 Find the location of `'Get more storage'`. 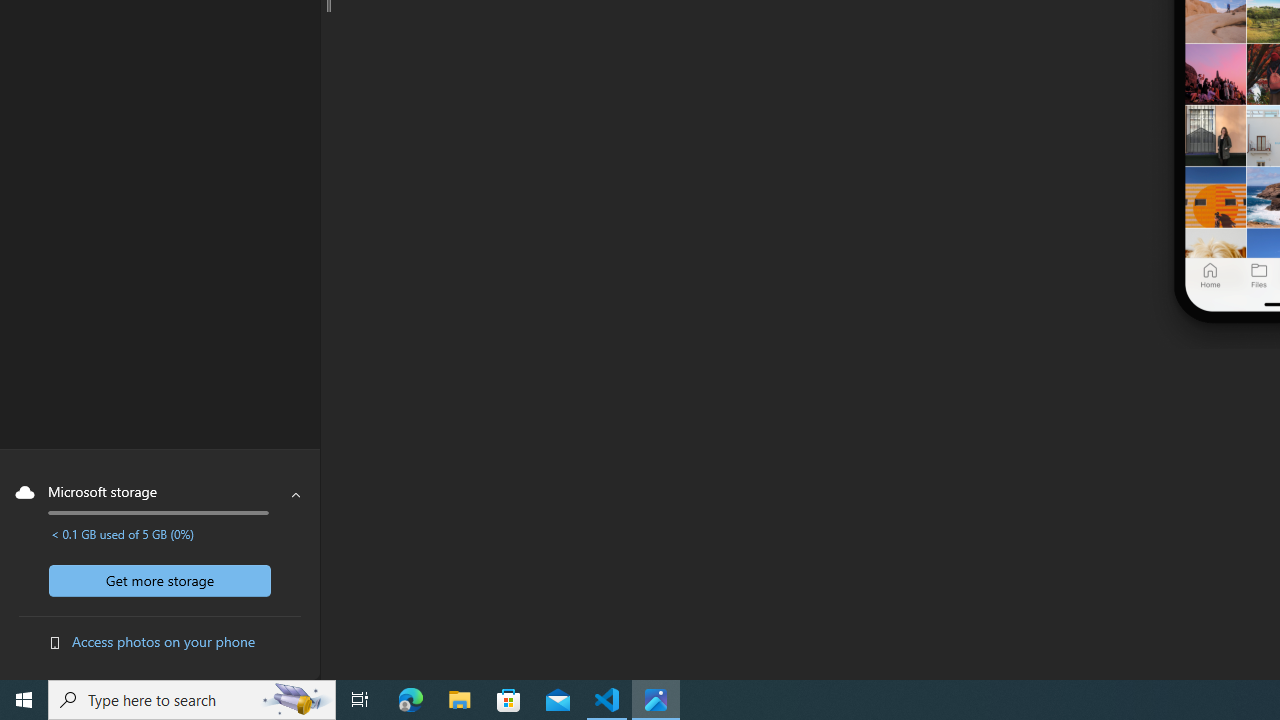

'Get more storage' is located at coordinates (160, 581).